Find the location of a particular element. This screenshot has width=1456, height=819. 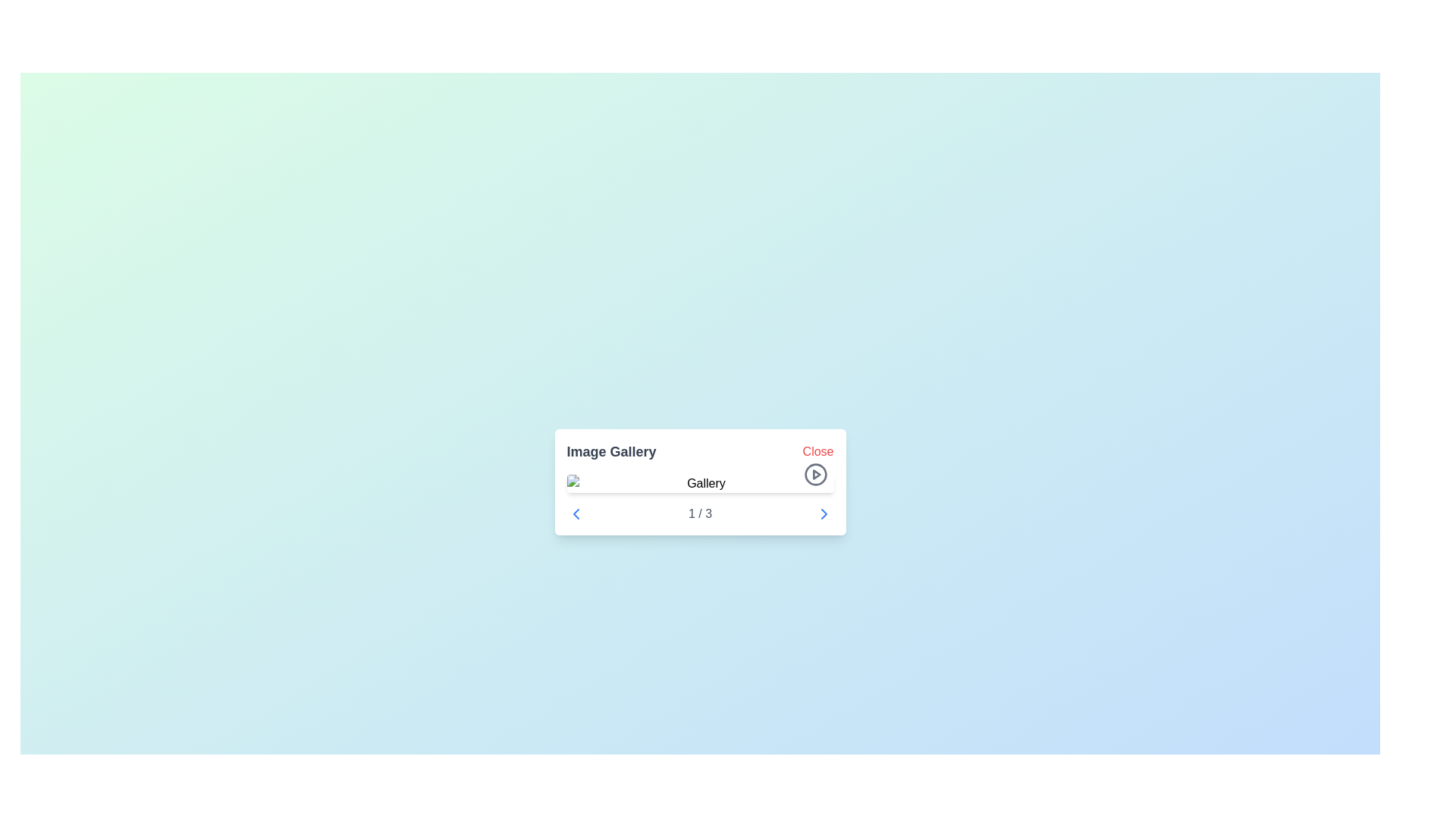

the small chevron-shaped blue arrow icon in the navigation bar, located immediately to the right of the text label '1 / 3' is located at coordinates (824, 513).